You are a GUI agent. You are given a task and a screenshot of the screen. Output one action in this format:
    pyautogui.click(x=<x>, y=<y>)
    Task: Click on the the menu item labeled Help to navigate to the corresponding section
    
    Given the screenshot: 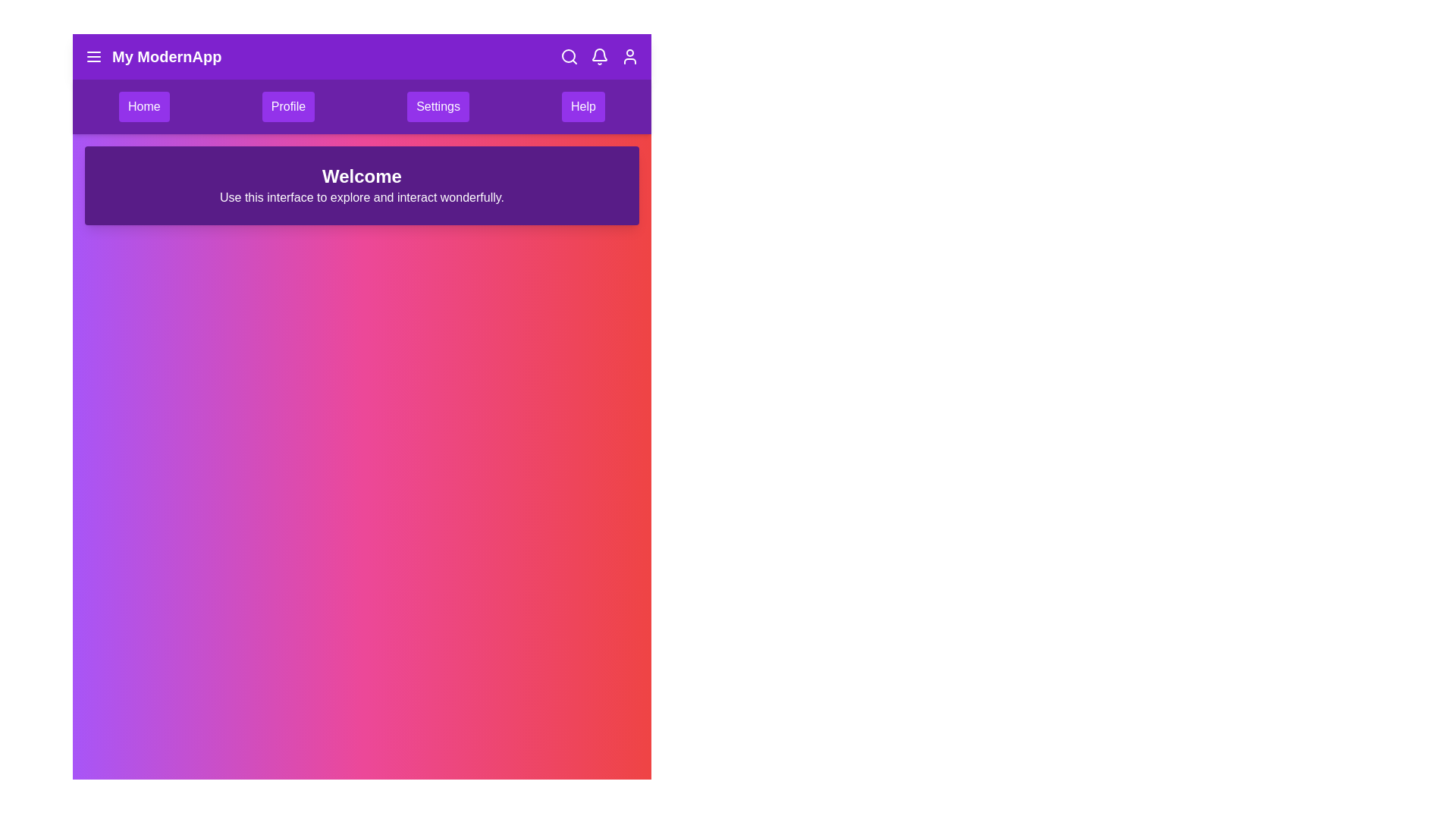 What is the action you would take?
    pyautogui.click(x=582, y=106)
    